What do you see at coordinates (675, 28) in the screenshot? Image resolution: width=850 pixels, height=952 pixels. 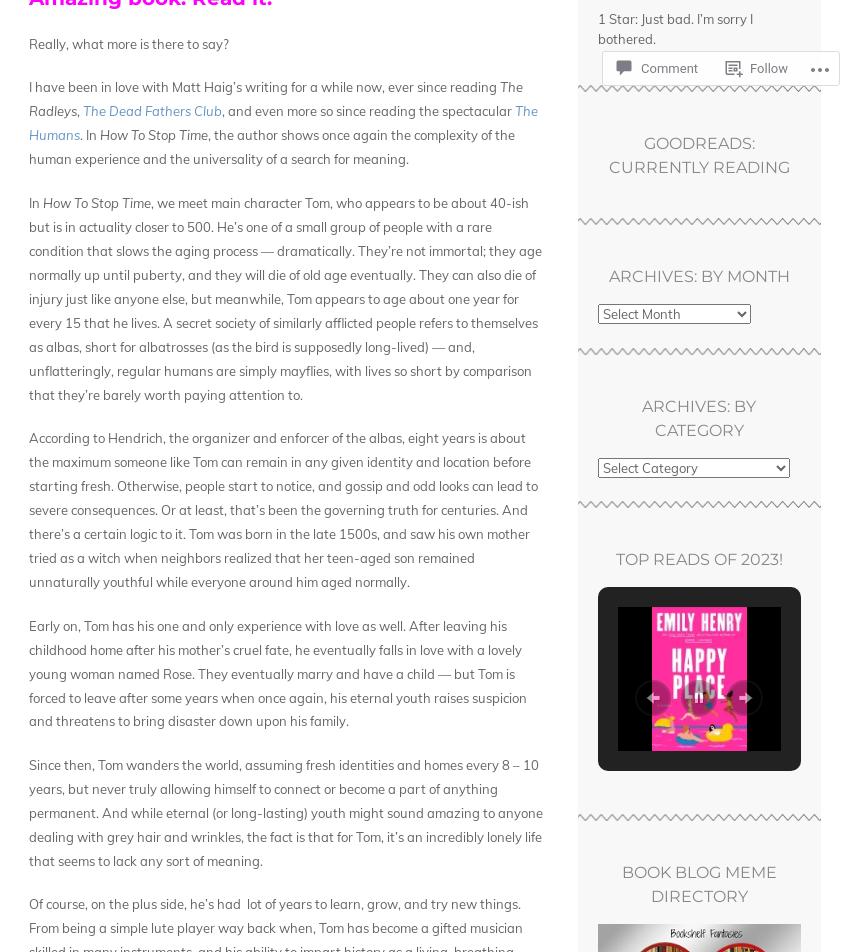 I see `'1 Star: Just bad. I’m sorry I bothered.'` at bounding box center [675, 28].